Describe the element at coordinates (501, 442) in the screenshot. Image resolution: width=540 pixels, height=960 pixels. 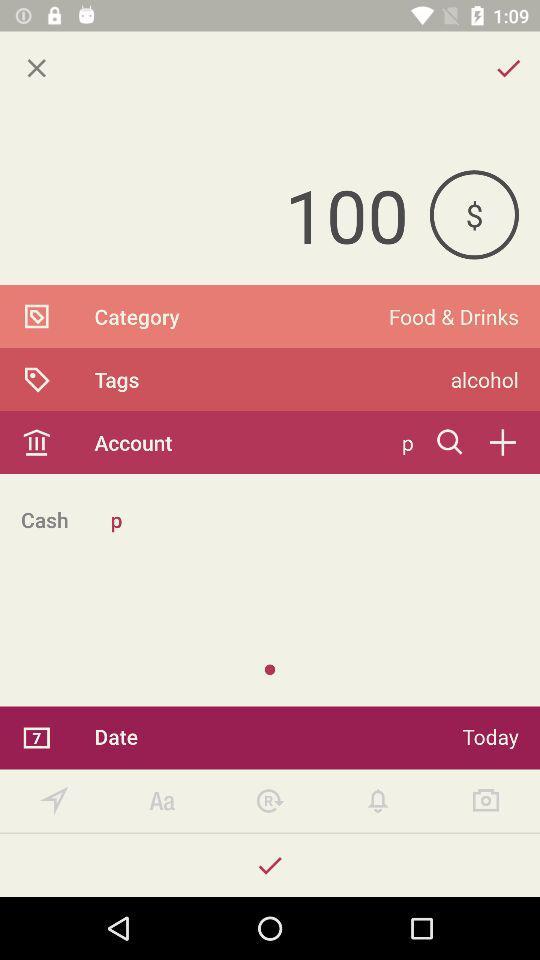
I see `icon below the alcohol item` at that location.